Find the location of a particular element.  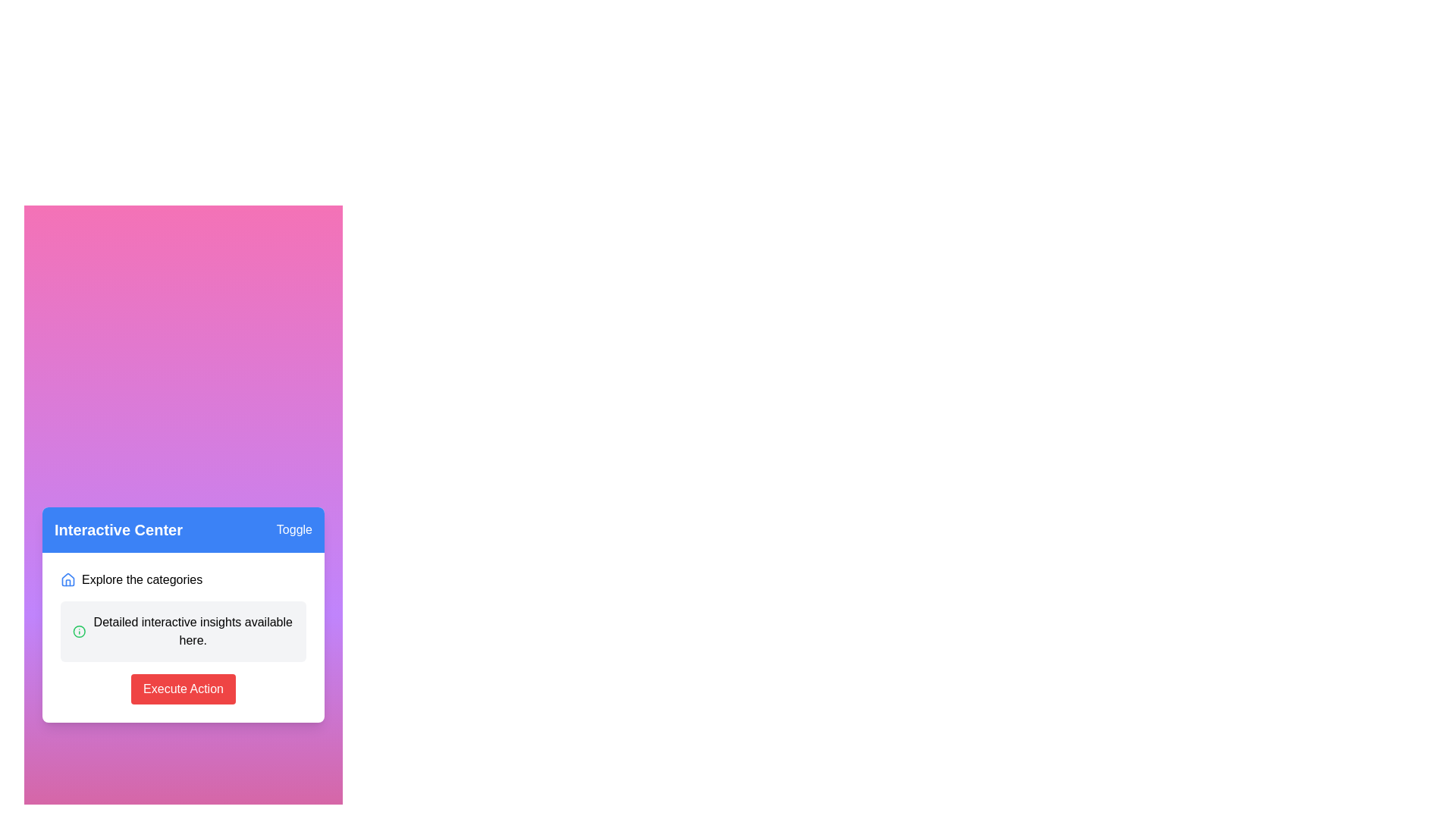

the text label that introduces the clickable or informational section related to exploring categories, positioned beneath the blue header labeled 'Interactive Center' is located at coordinates (142, 579).